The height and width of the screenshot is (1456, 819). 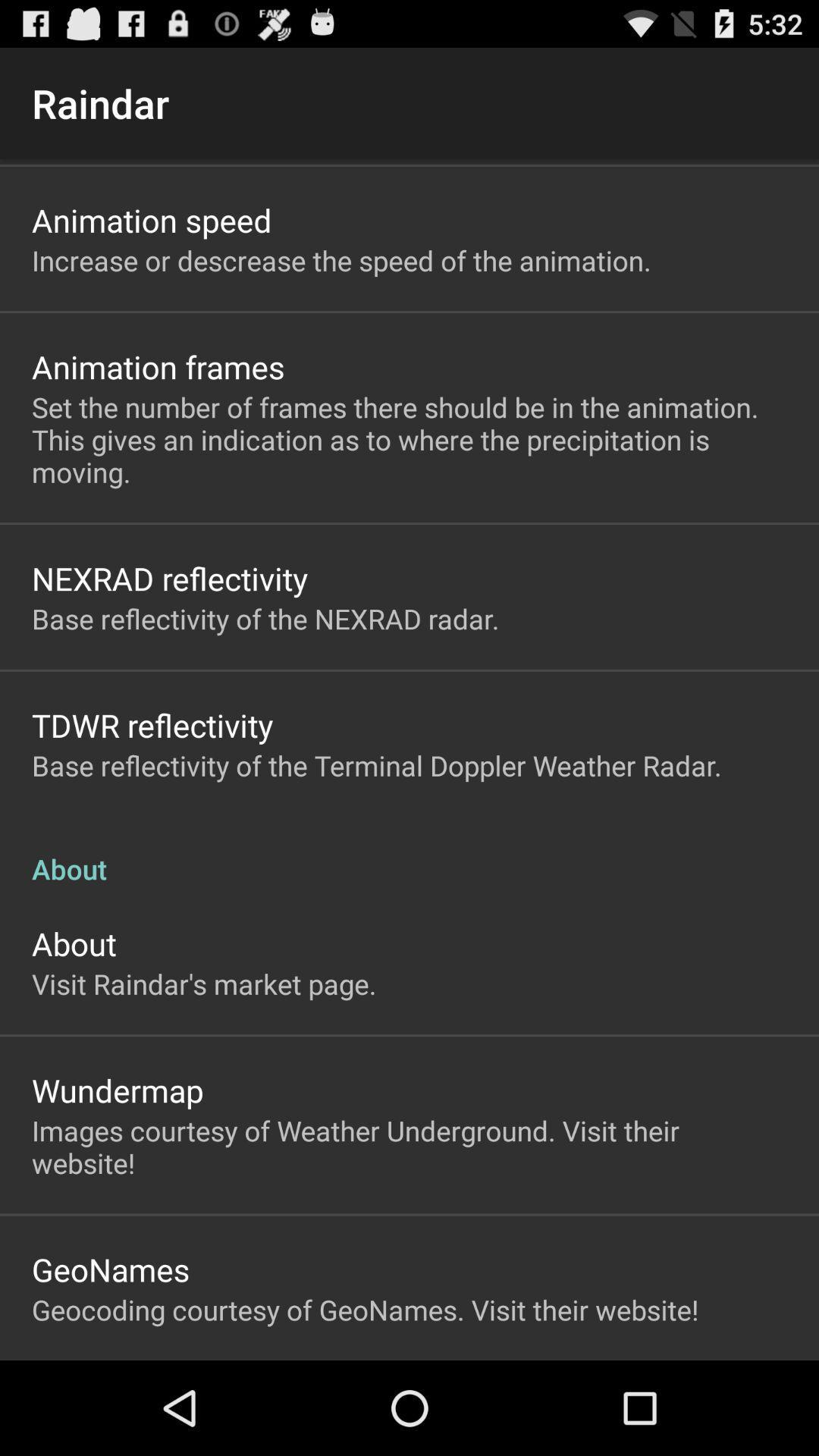 What do you see at coordinates (365, 1309) in the screenshot?
I see `the icon below the geonames item` at bounding box center [365, 1309].